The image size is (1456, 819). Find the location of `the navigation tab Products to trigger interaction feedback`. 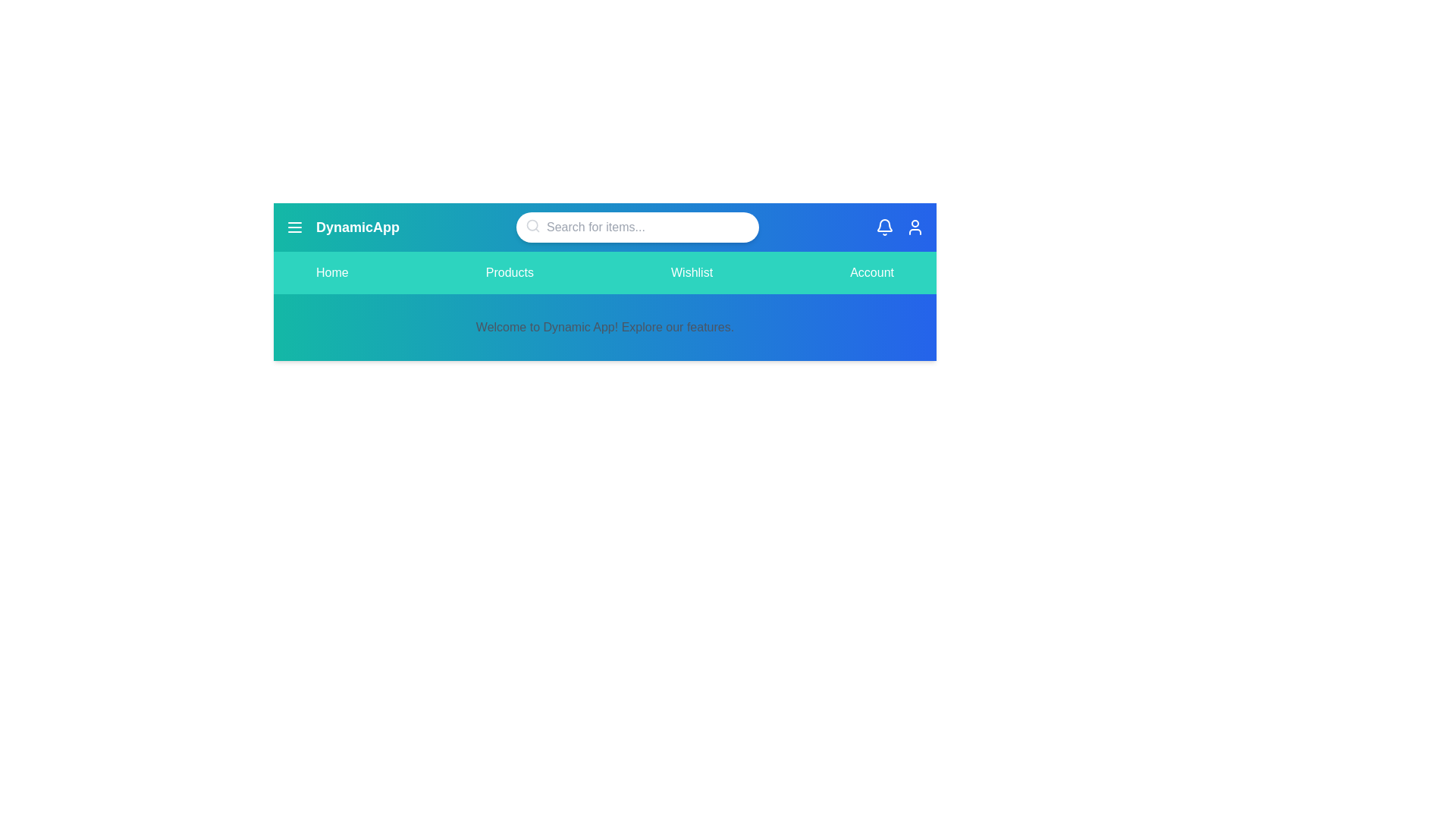

the navigation tab Products to trigger interaction feedback is located at coordinates (510, 271).